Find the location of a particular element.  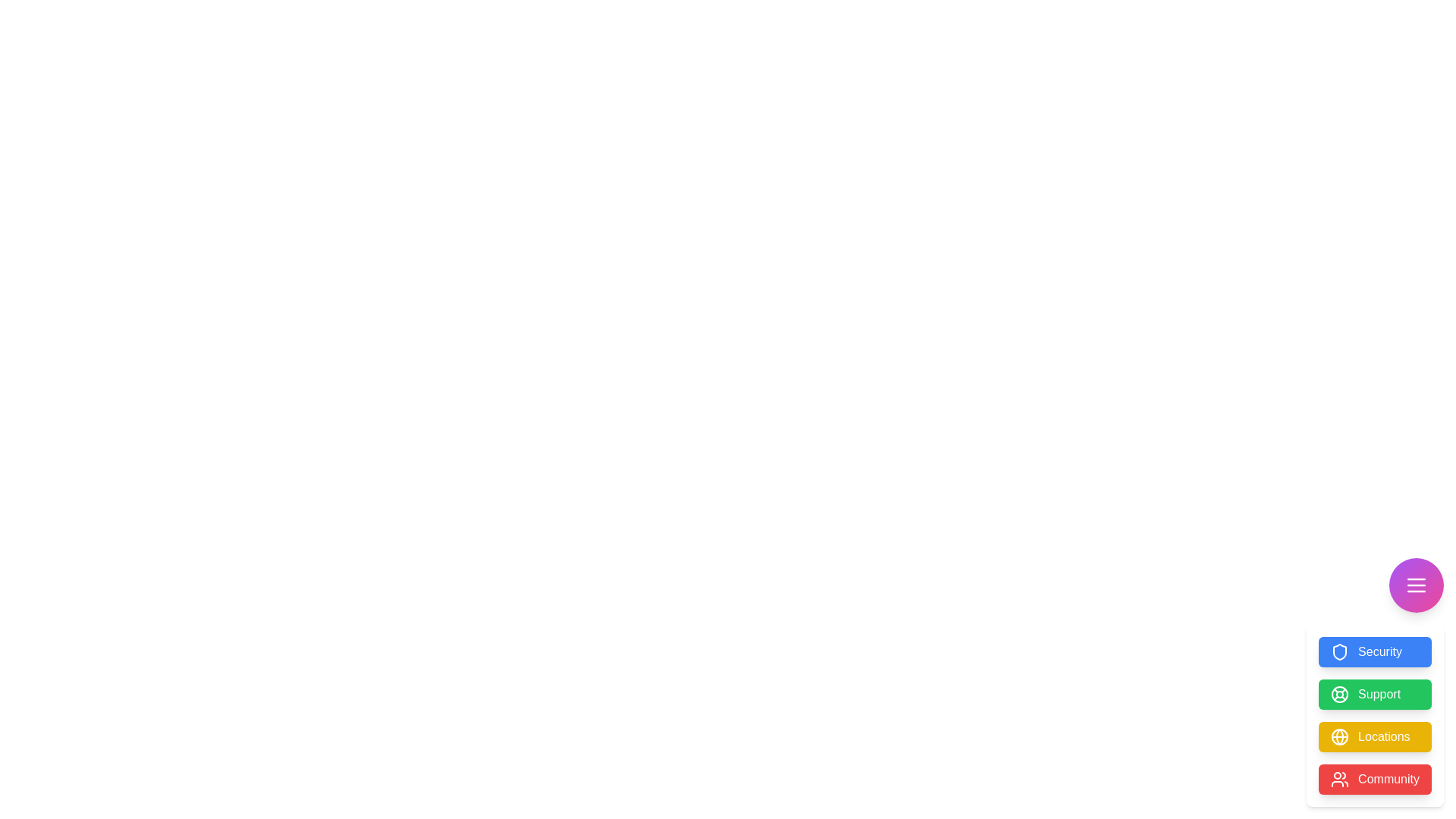

the blue 'Security' button with a shield icon is located at coordinates (1375, 651).